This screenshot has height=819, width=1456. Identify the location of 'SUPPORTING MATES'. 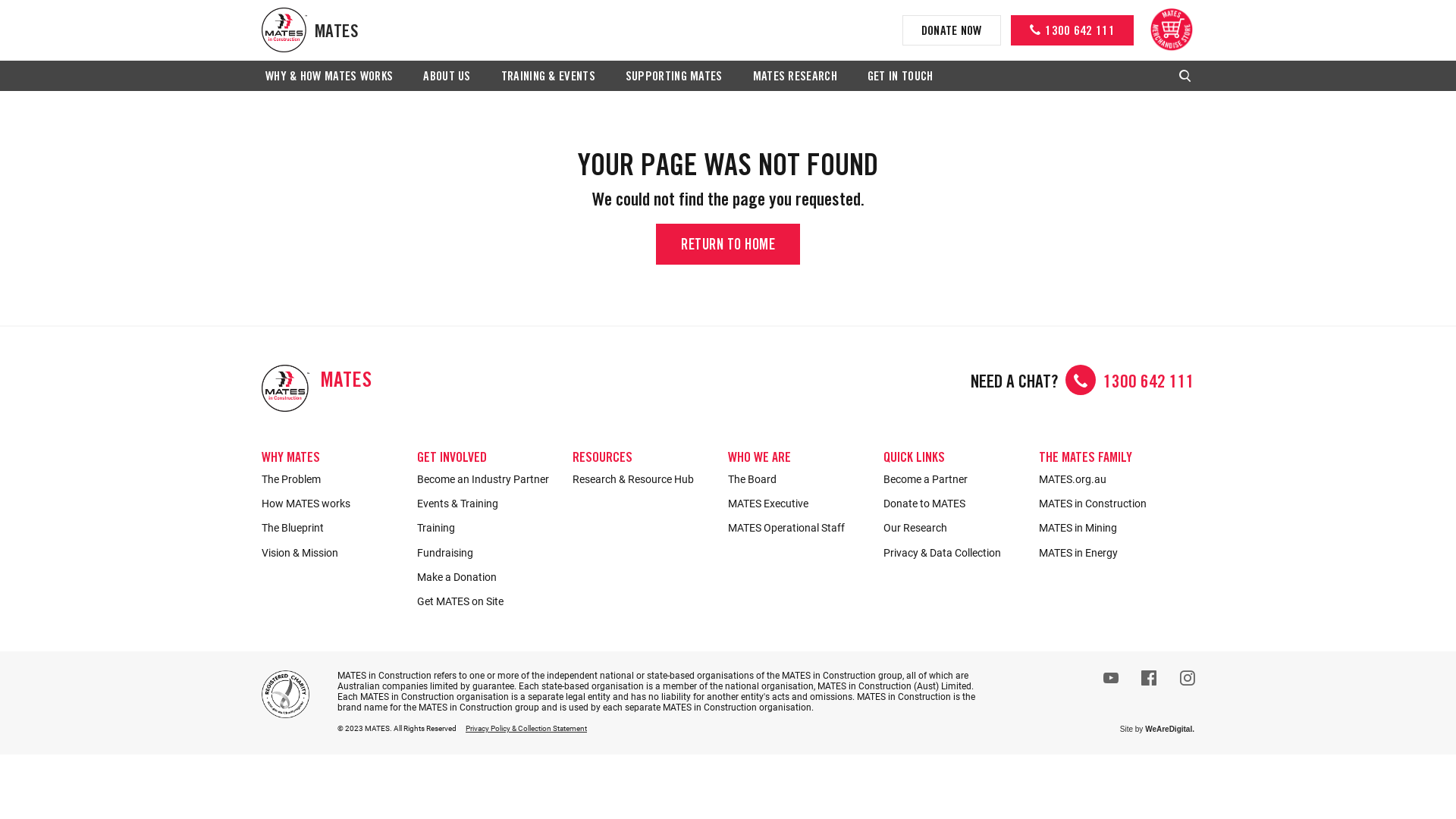
(673, 77).